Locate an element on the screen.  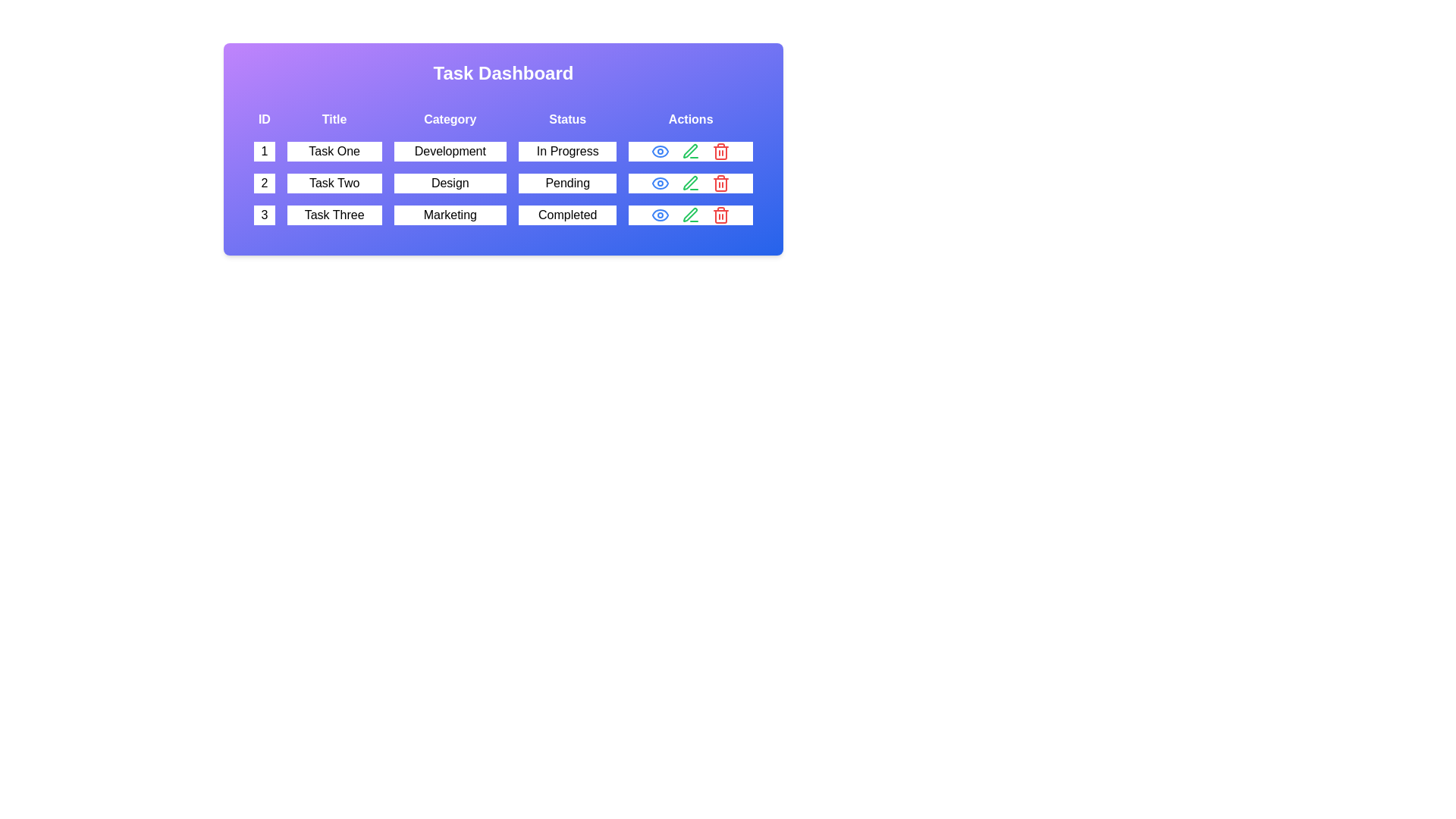
the eye icon for task 3 to view its details is located at coordinates (661, 215).